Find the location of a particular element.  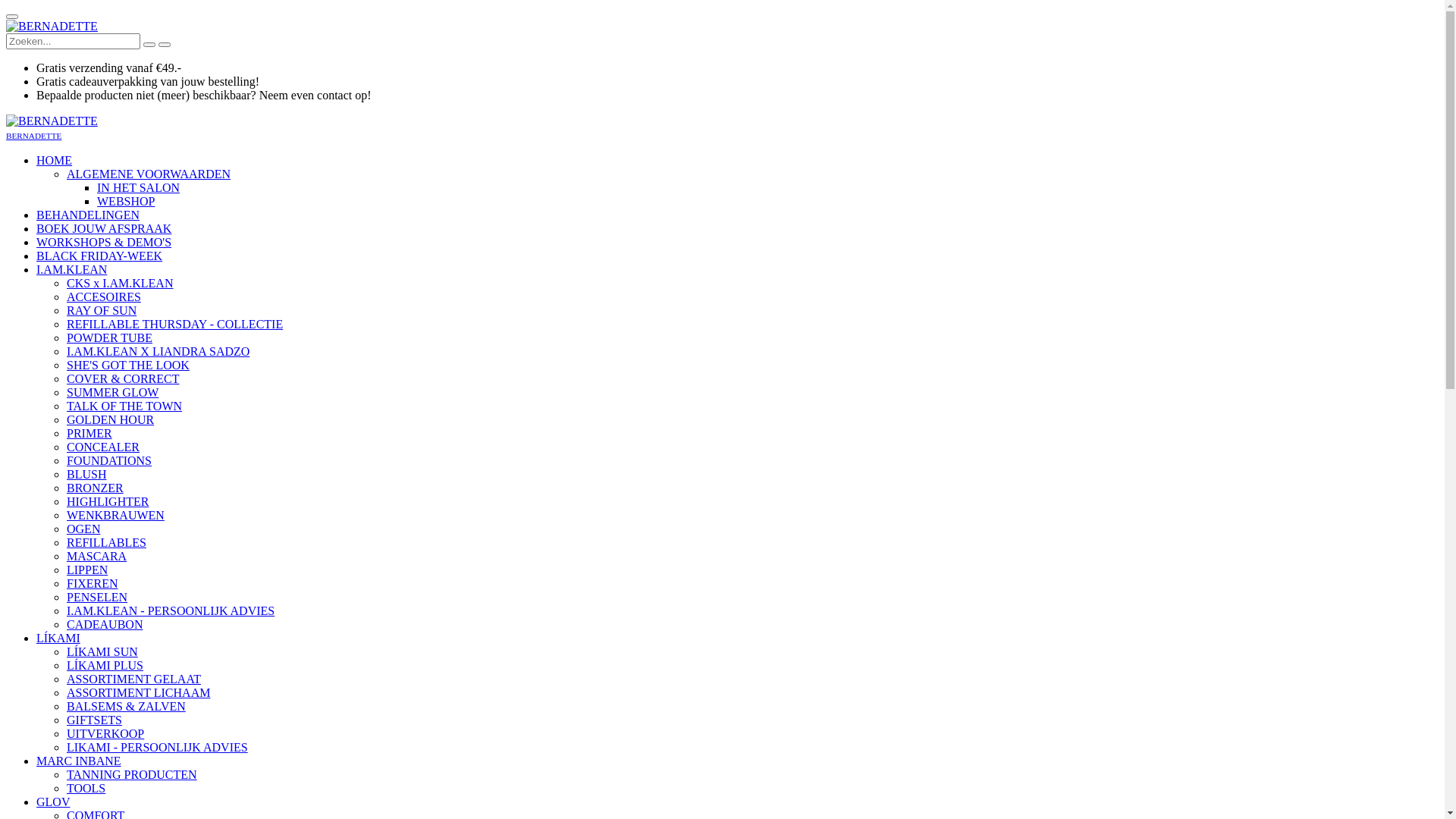

'TOOLS' is located at coordinates (85, 787).